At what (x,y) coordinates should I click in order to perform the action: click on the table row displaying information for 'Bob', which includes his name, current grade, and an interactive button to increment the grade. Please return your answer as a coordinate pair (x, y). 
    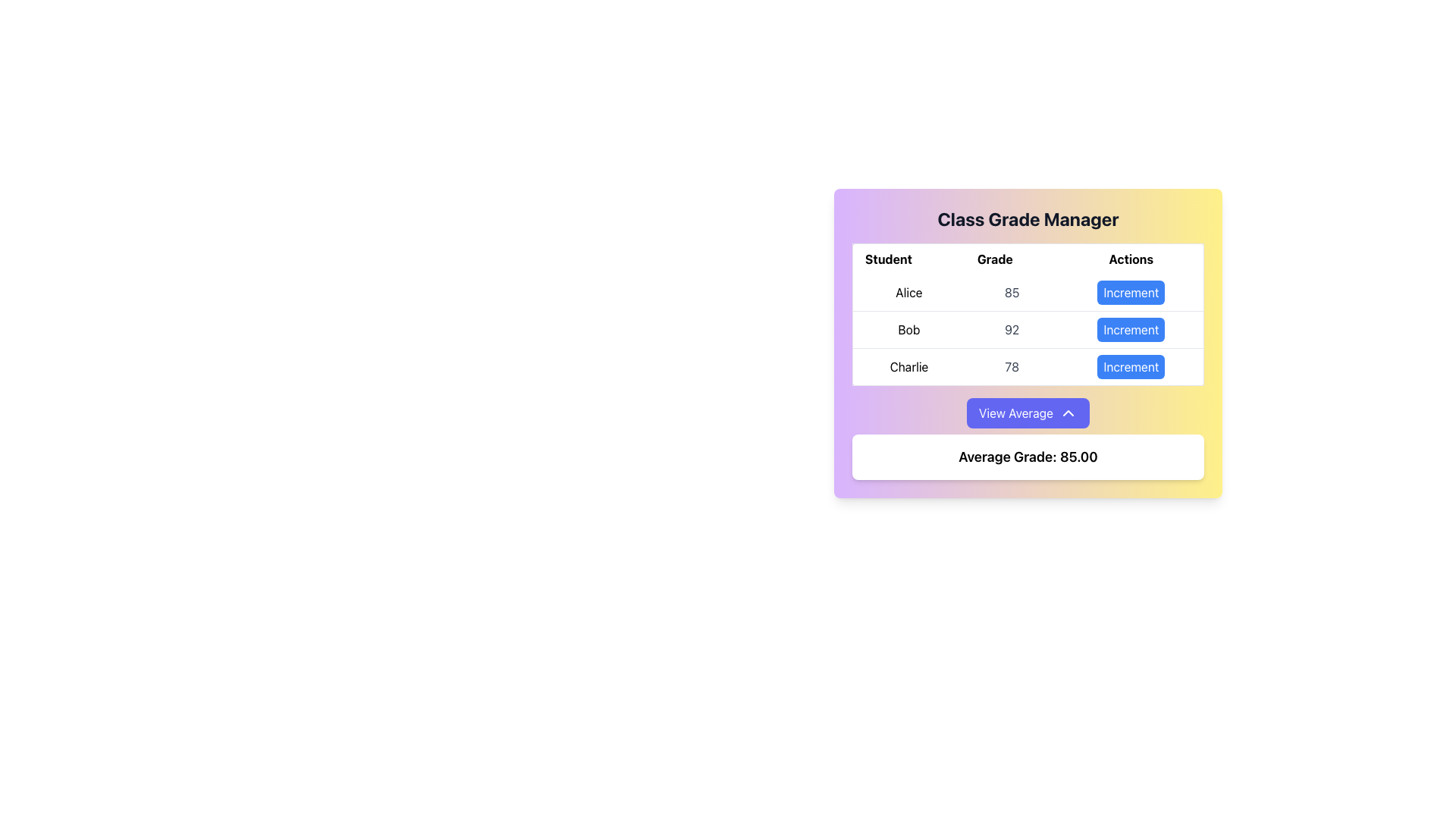
    Looking at the image, I should click on (1028, 329).